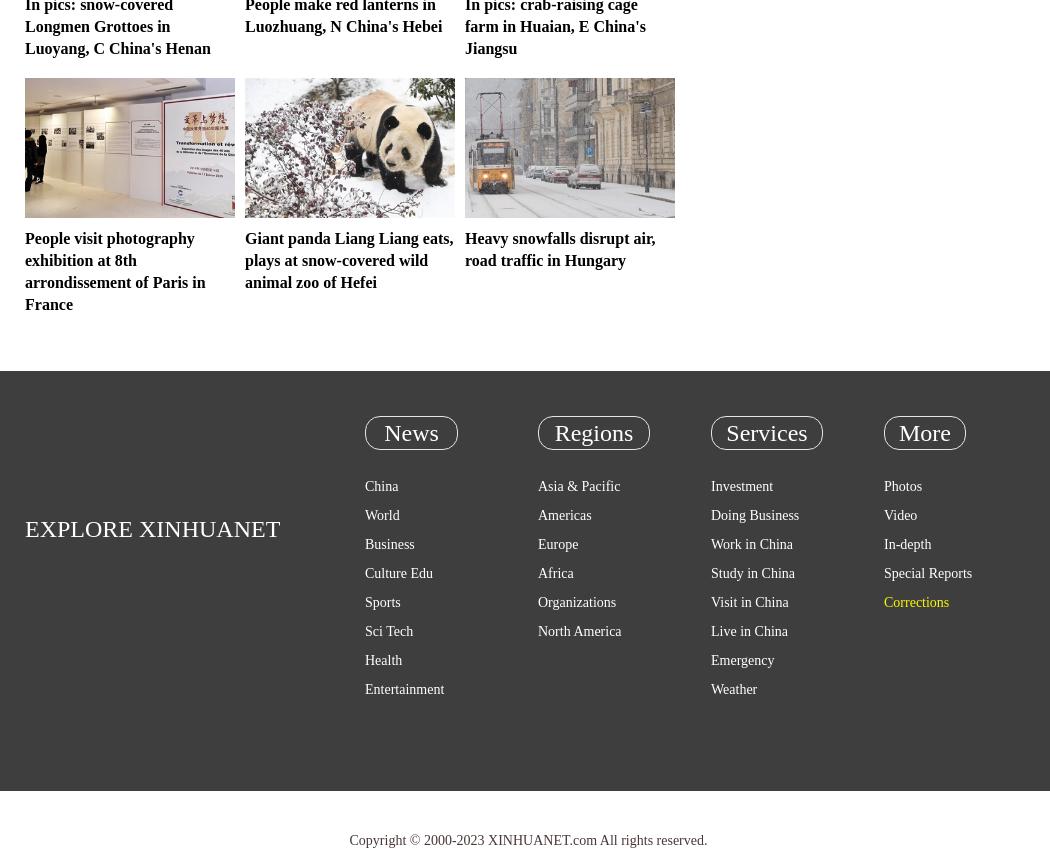 The width and height of the screenshot is (1050, 864). Describe the element at coordinates (348, 260) in the screenshot. I see `'Giant panda Liang Liang eats, plays at snow-covered wild animal zoo of Hefei'` at that location.